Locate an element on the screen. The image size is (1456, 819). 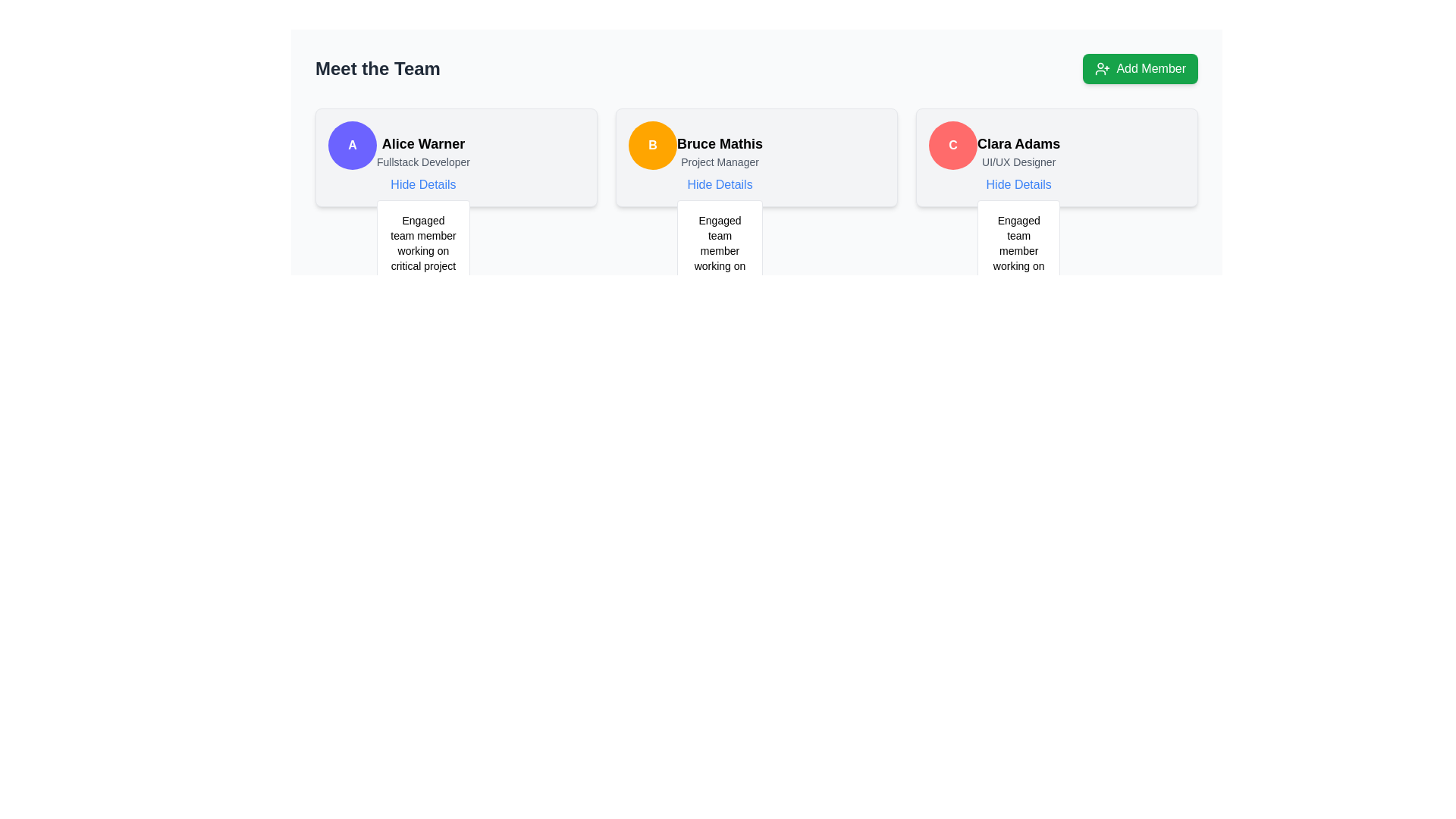
the 'Add Member' button, which is a vibrant green rectangular button with rounded corners located at the top-right corner of the interface, next to the section title 'Meet the Team.' is located at coordinates (1141, 69).